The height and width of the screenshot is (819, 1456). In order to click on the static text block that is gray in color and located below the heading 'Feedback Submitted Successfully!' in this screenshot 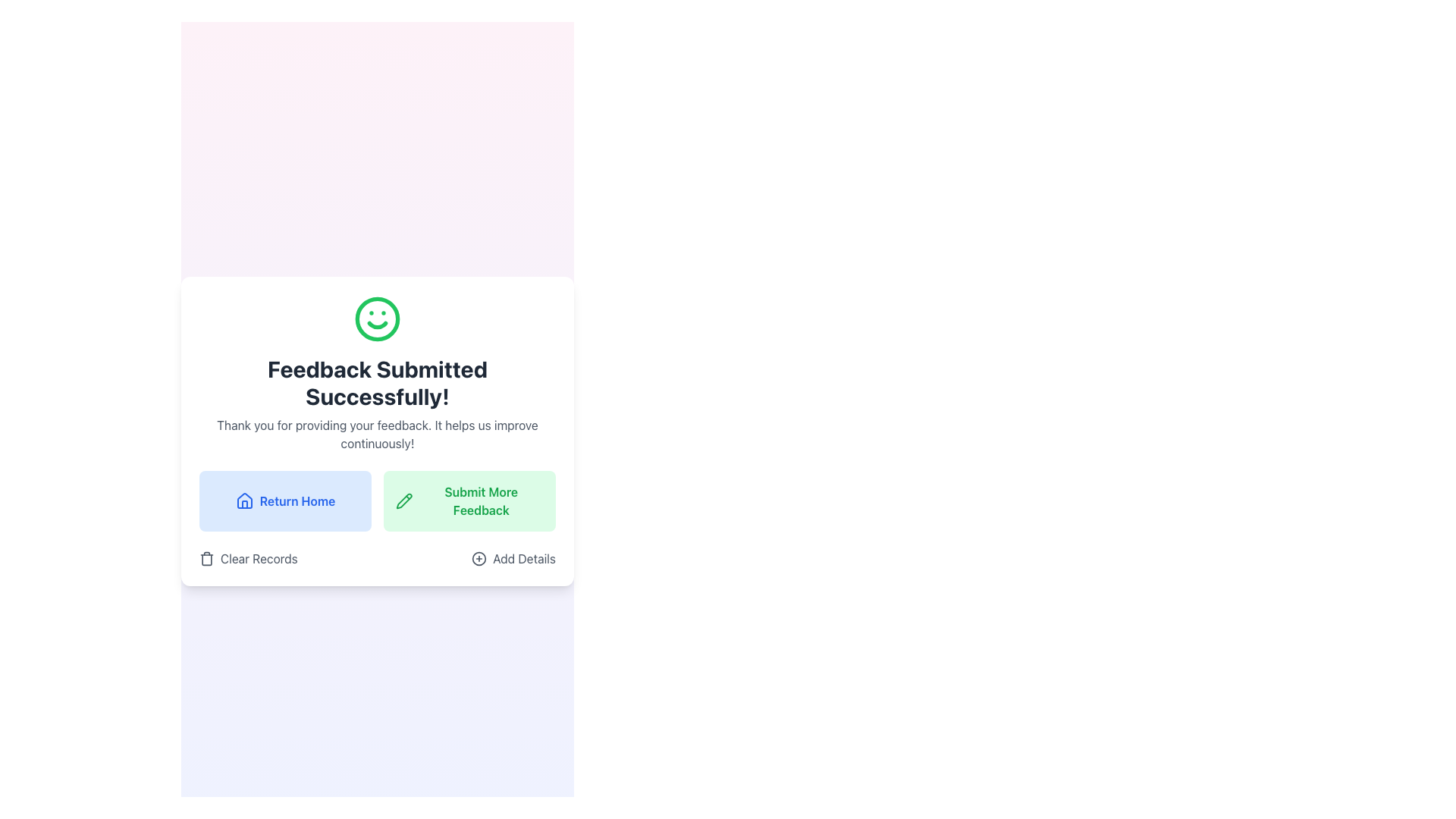, I will do `click(378, 435)`.